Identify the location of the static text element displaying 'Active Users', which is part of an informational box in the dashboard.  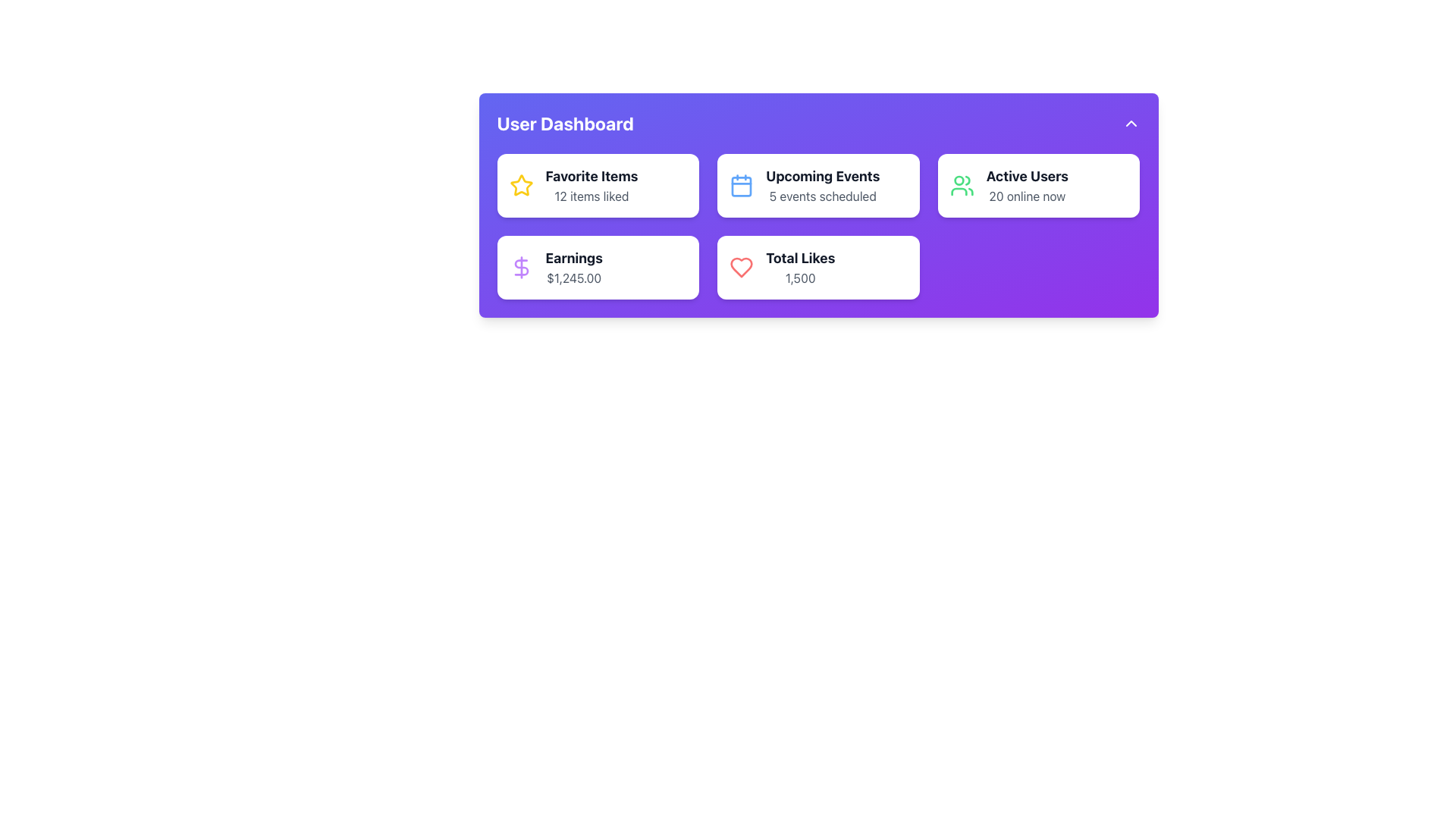
(1027, 175).